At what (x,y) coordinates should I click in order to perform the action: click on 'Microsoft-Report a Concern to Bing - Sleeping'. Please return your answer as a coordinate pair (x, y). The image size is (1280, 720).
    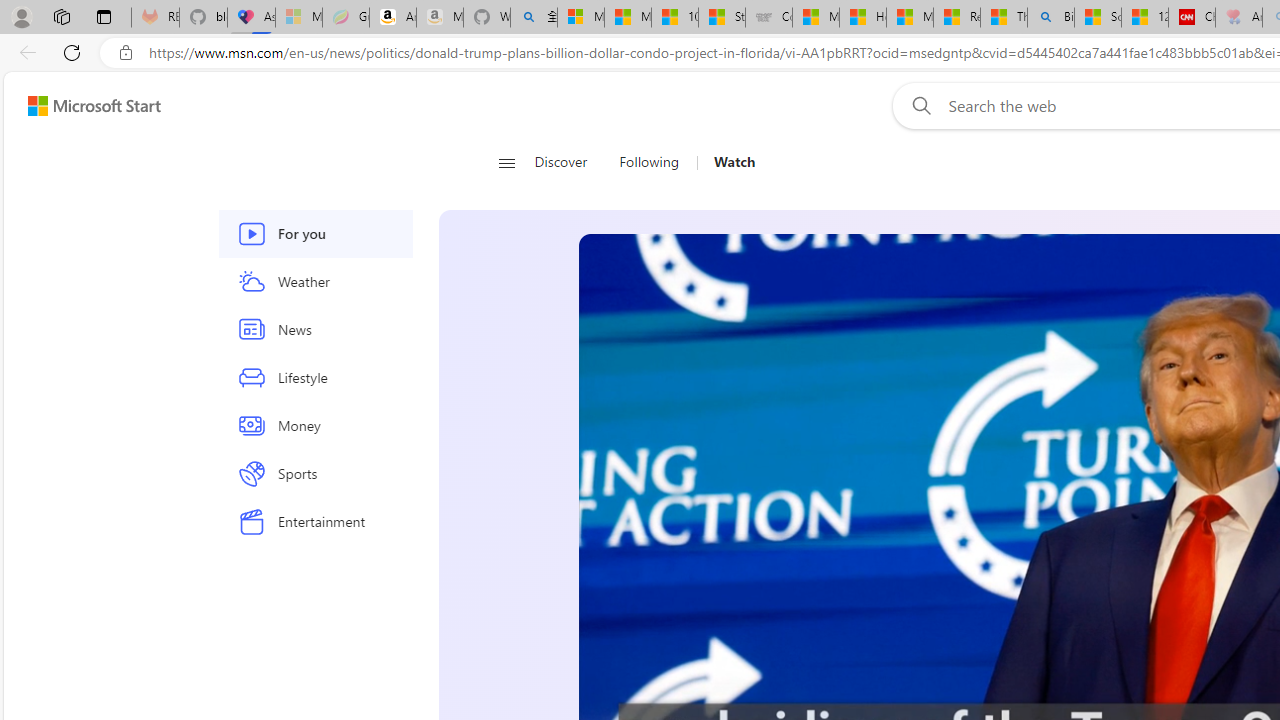
    Looking at the image, I should click on (298, 17).